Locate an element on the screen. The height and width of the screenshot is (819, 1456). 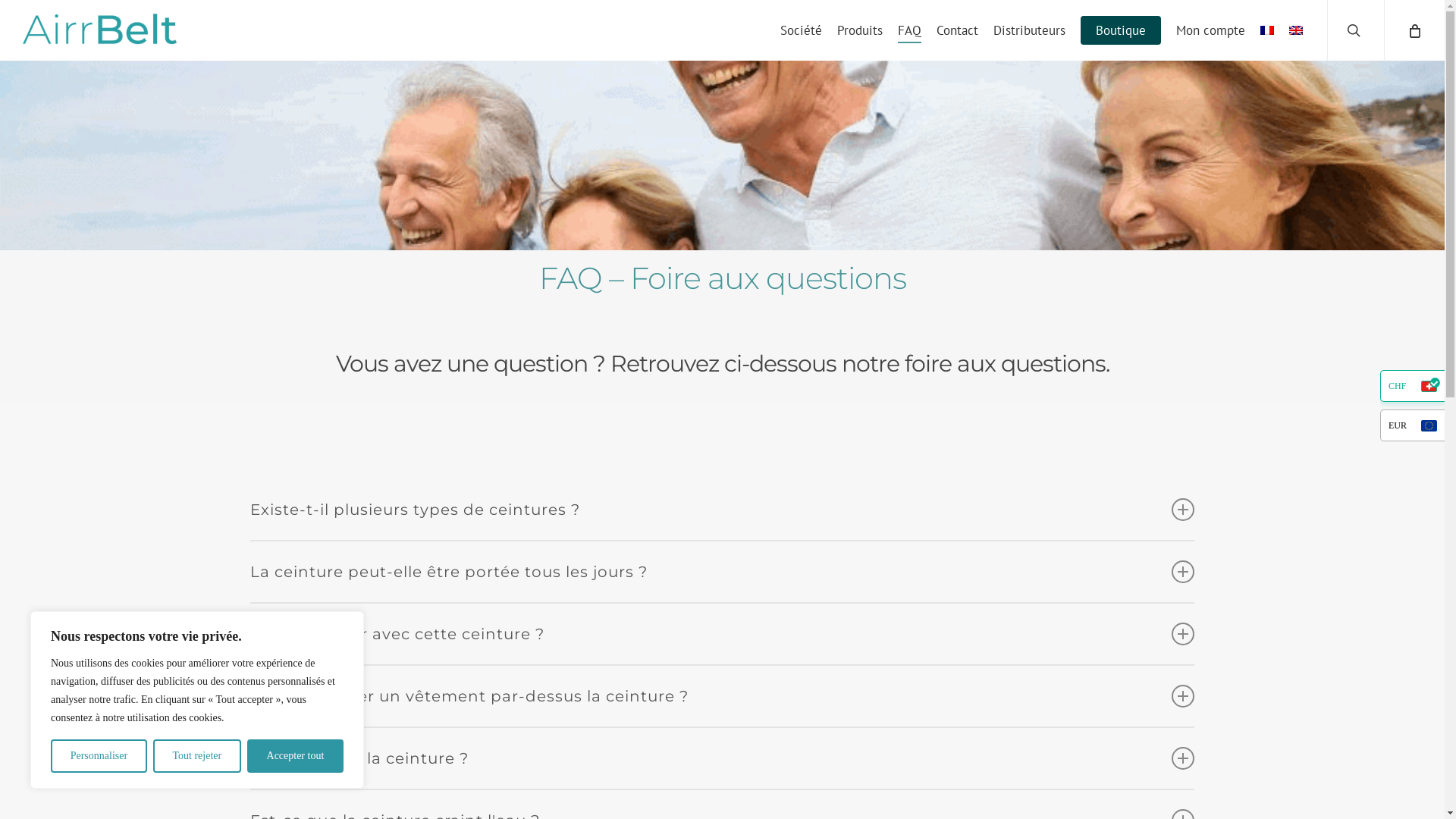
'Distributeurs' is located at coordinates (1029, 30).